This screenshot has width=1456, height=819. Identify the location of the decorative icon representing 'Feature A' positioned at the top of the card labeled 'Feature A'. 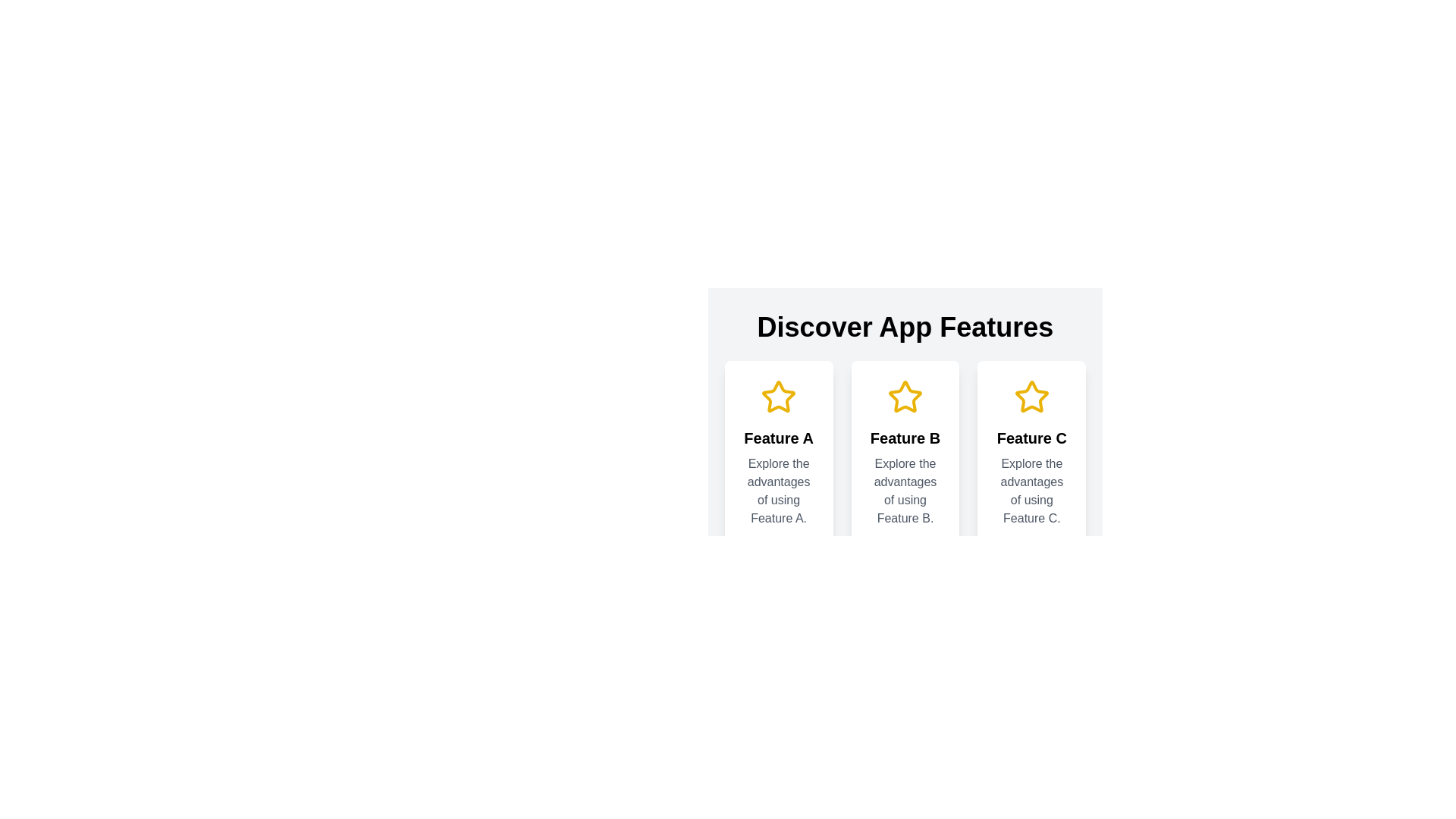
(779, 397).